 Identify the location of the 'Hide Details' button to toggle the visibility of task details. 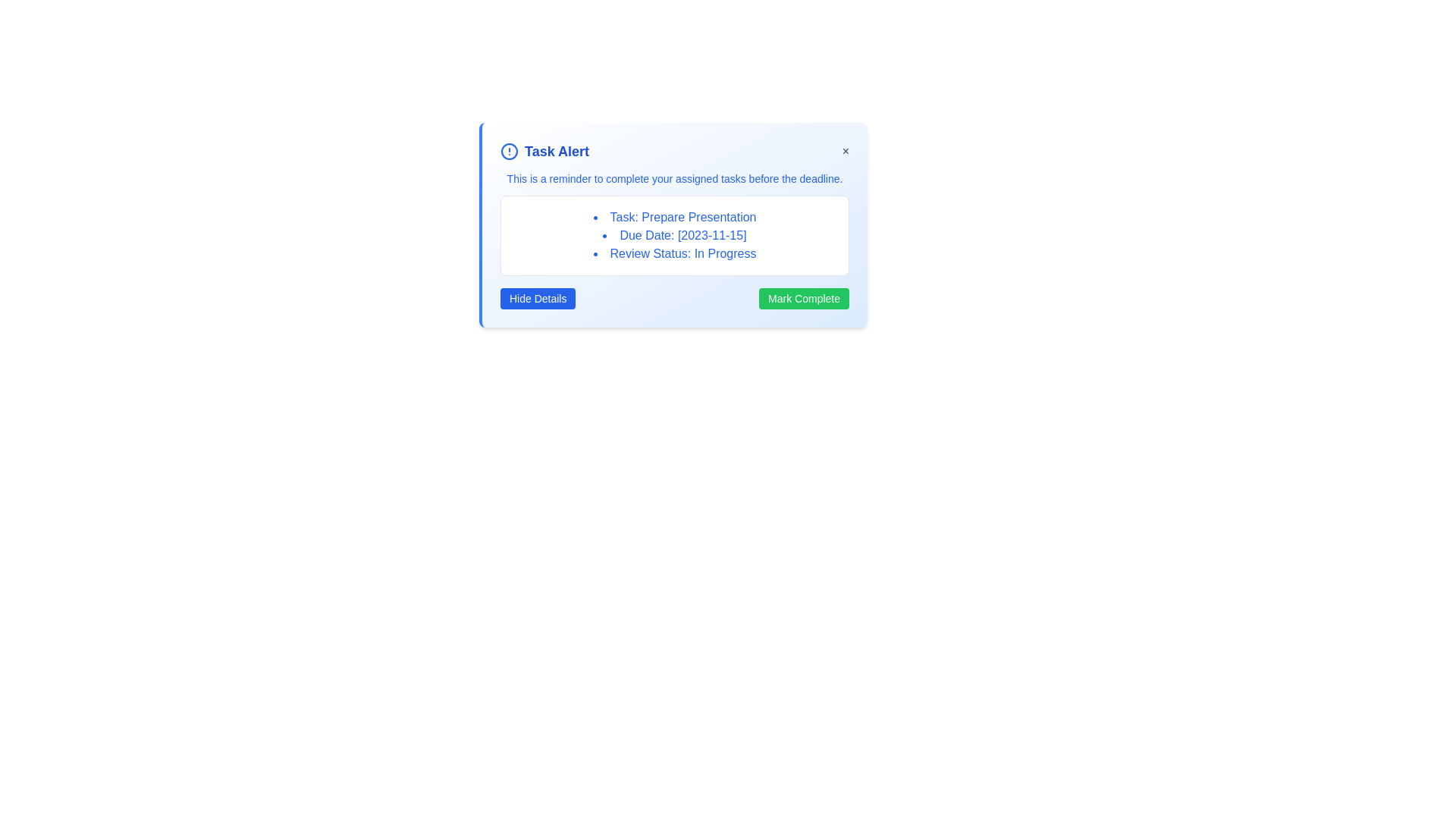
(538, 298).